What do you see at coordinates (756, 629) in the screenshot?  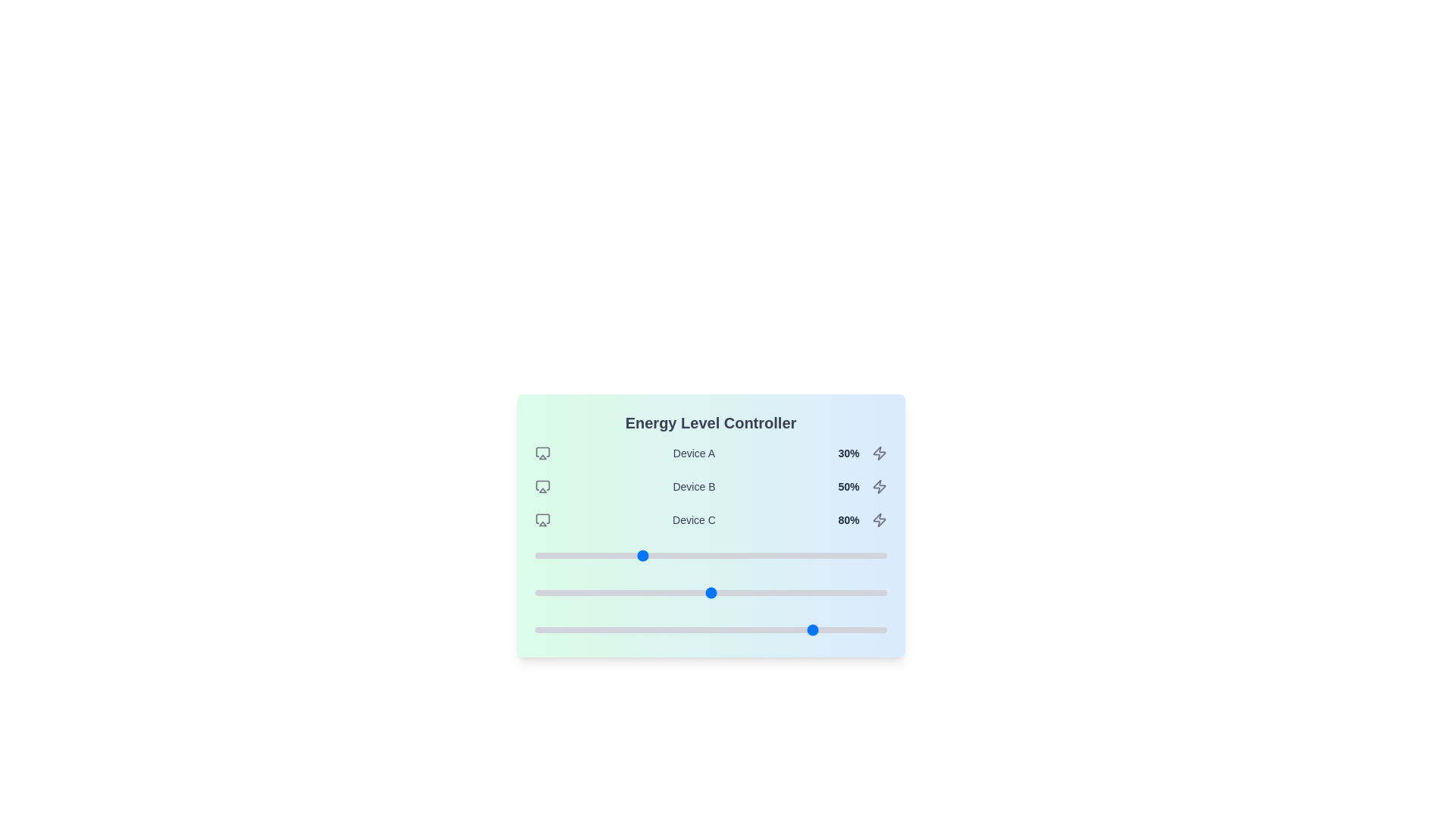 I see `the slider for Device C to set the energy level to 63%` at bounding box center [756, 629].